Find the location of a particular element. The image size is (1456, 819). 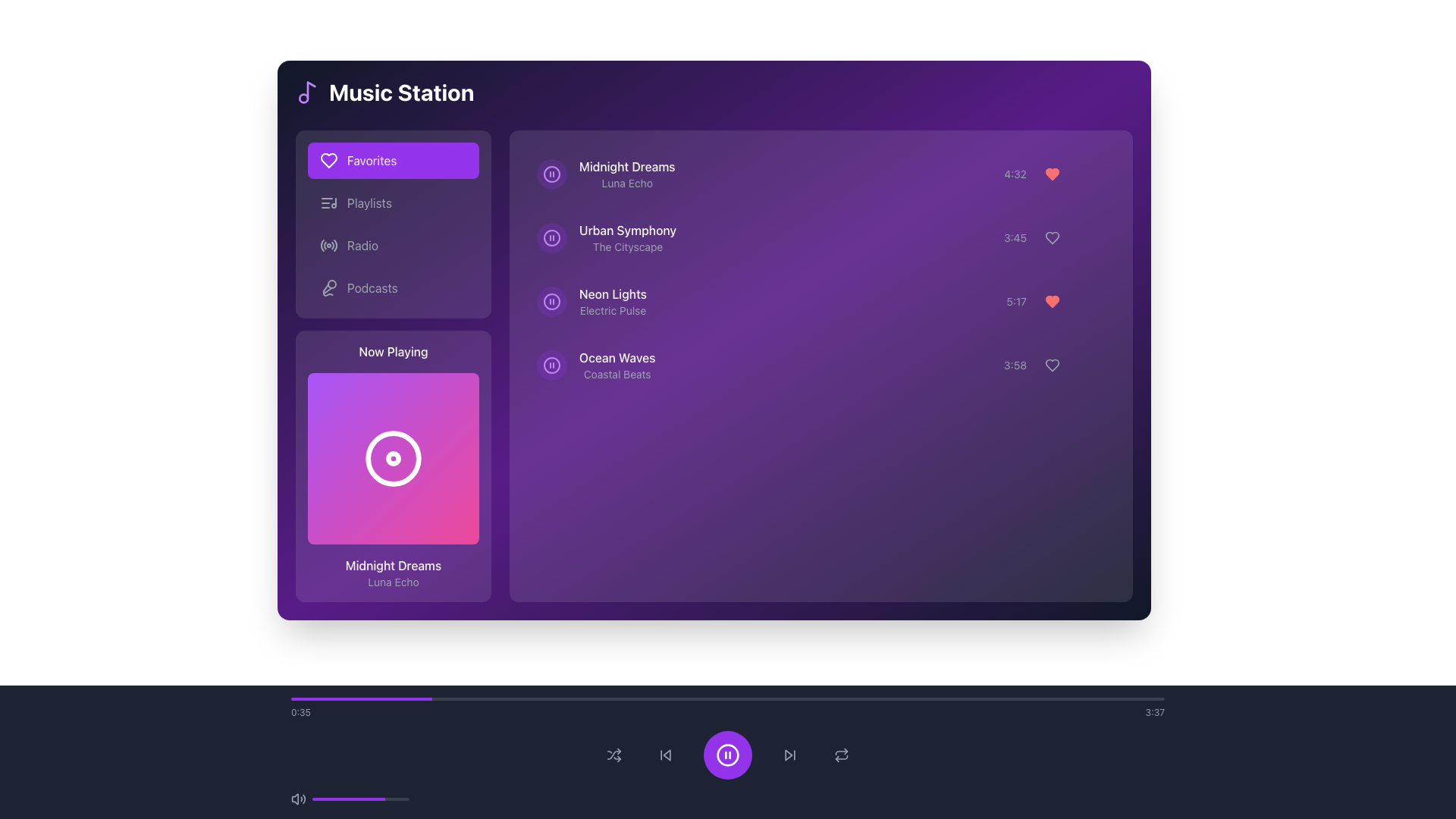

the heart-shaped icon styled with a simple line drawing in purple, located near the 'Favorites' label in the left sidebar is located at coordinates (328, 161).